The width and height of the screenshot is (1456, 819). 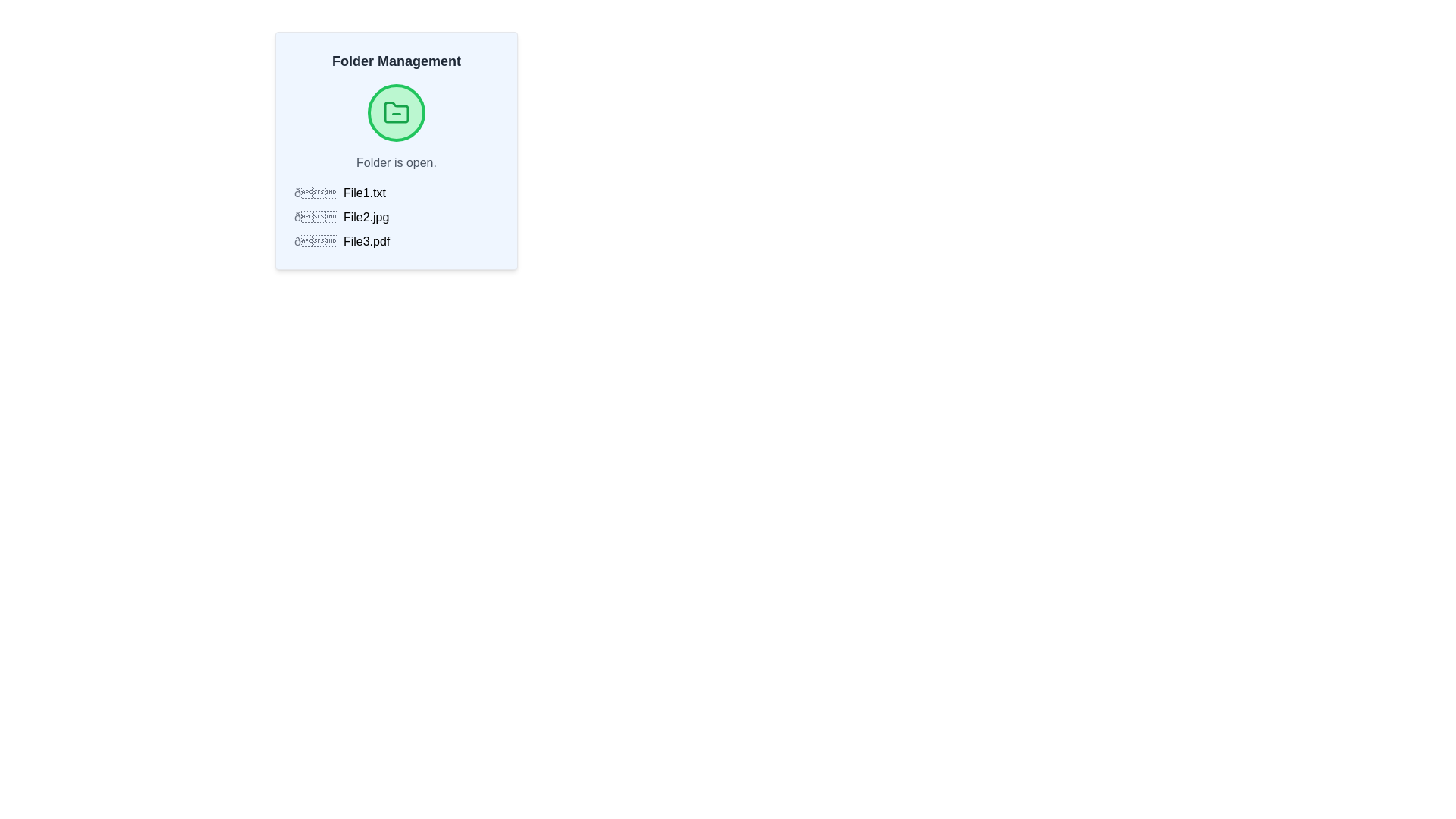 What do you see at coordinates (397, 112) in the screenshot?
I see `the green-outlined folder icon with a minus symbol, located within a green circular frame in the 'Folder Management' section` at bounding box center [397, 112].